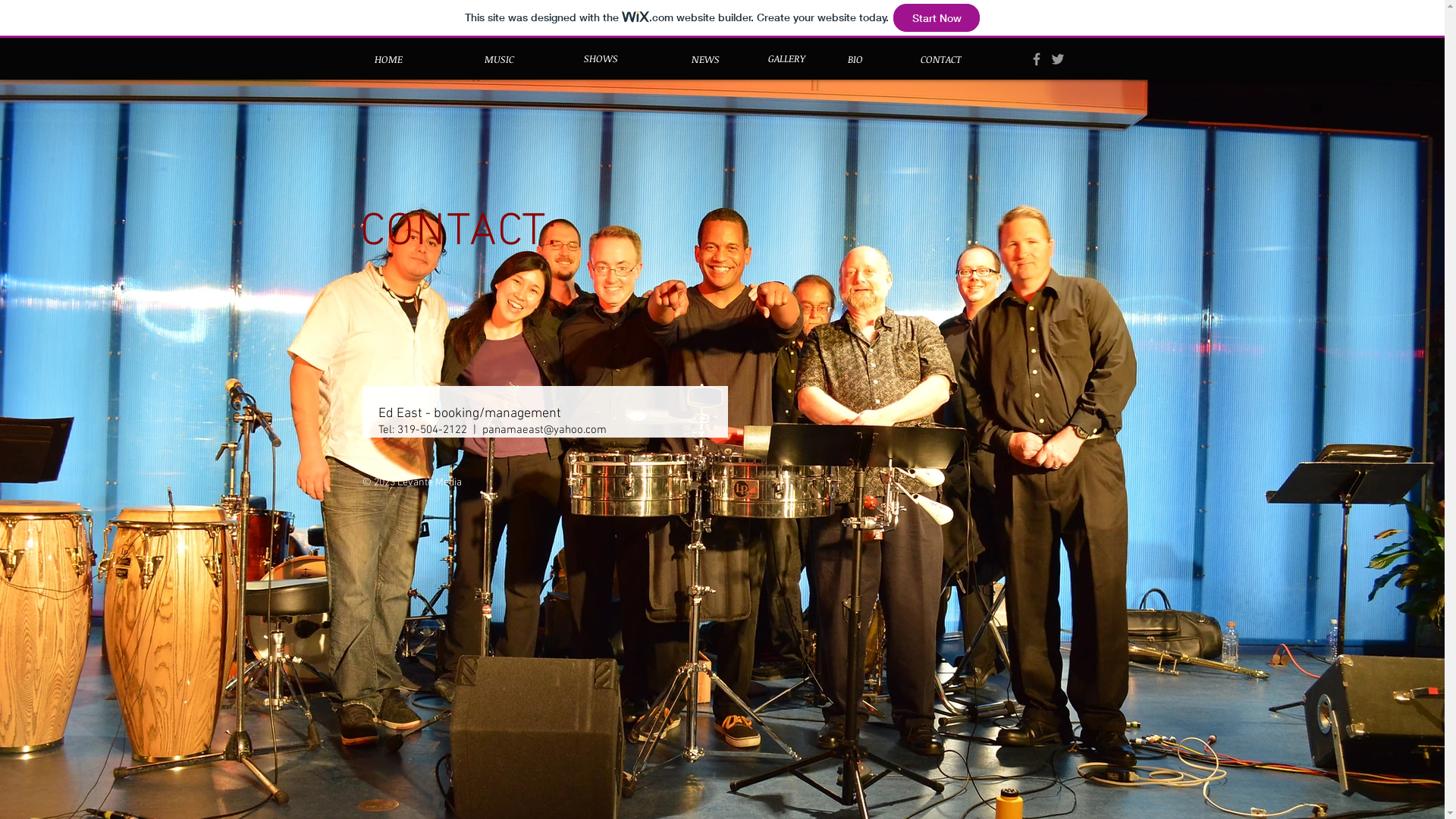 This screenshot has width=1456, height=819. I want to click on 'GALLERY', so click(786, 58).